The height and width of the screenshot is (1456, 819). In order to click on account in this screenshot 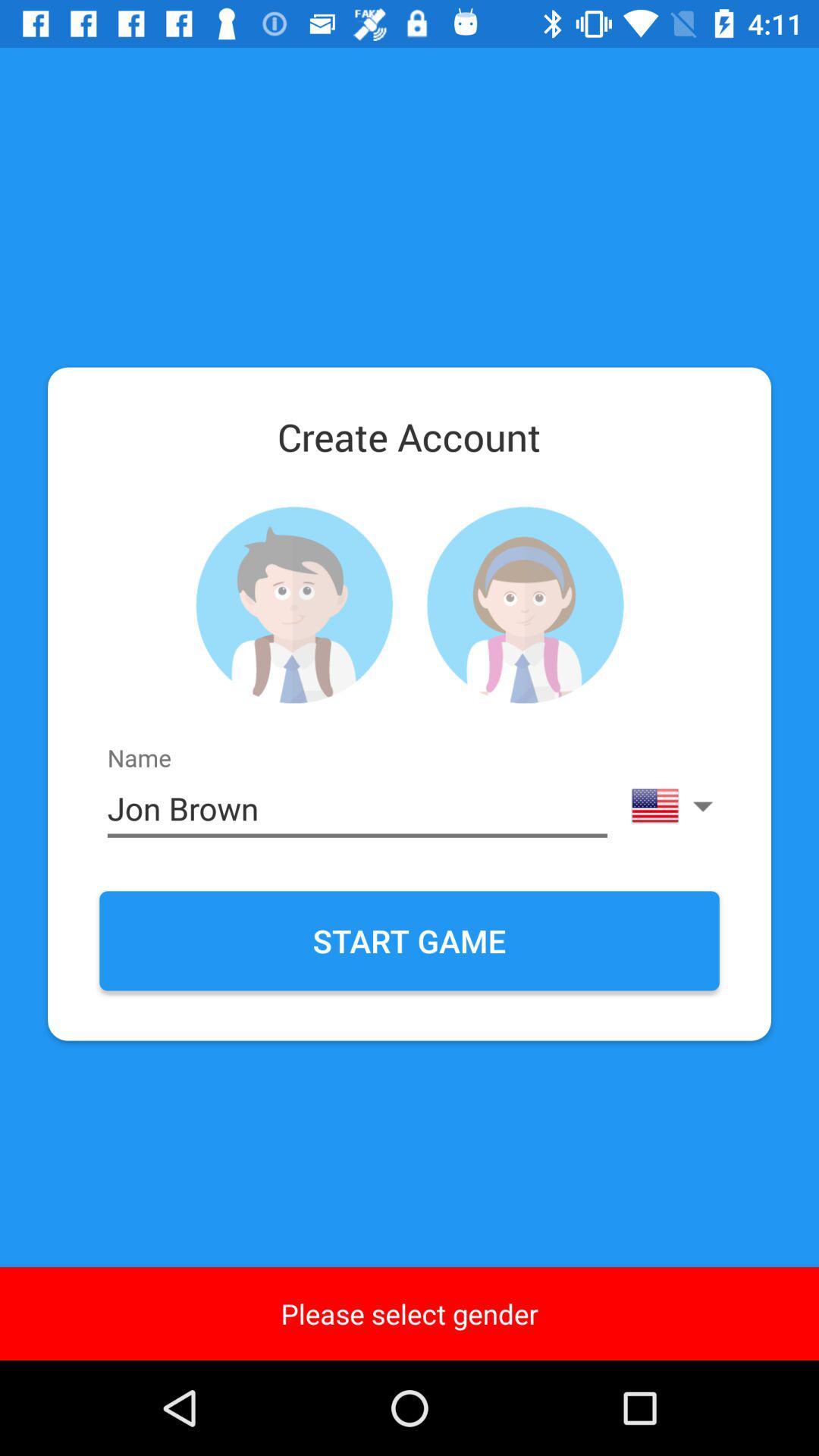, I will do `click(293, 604)`.